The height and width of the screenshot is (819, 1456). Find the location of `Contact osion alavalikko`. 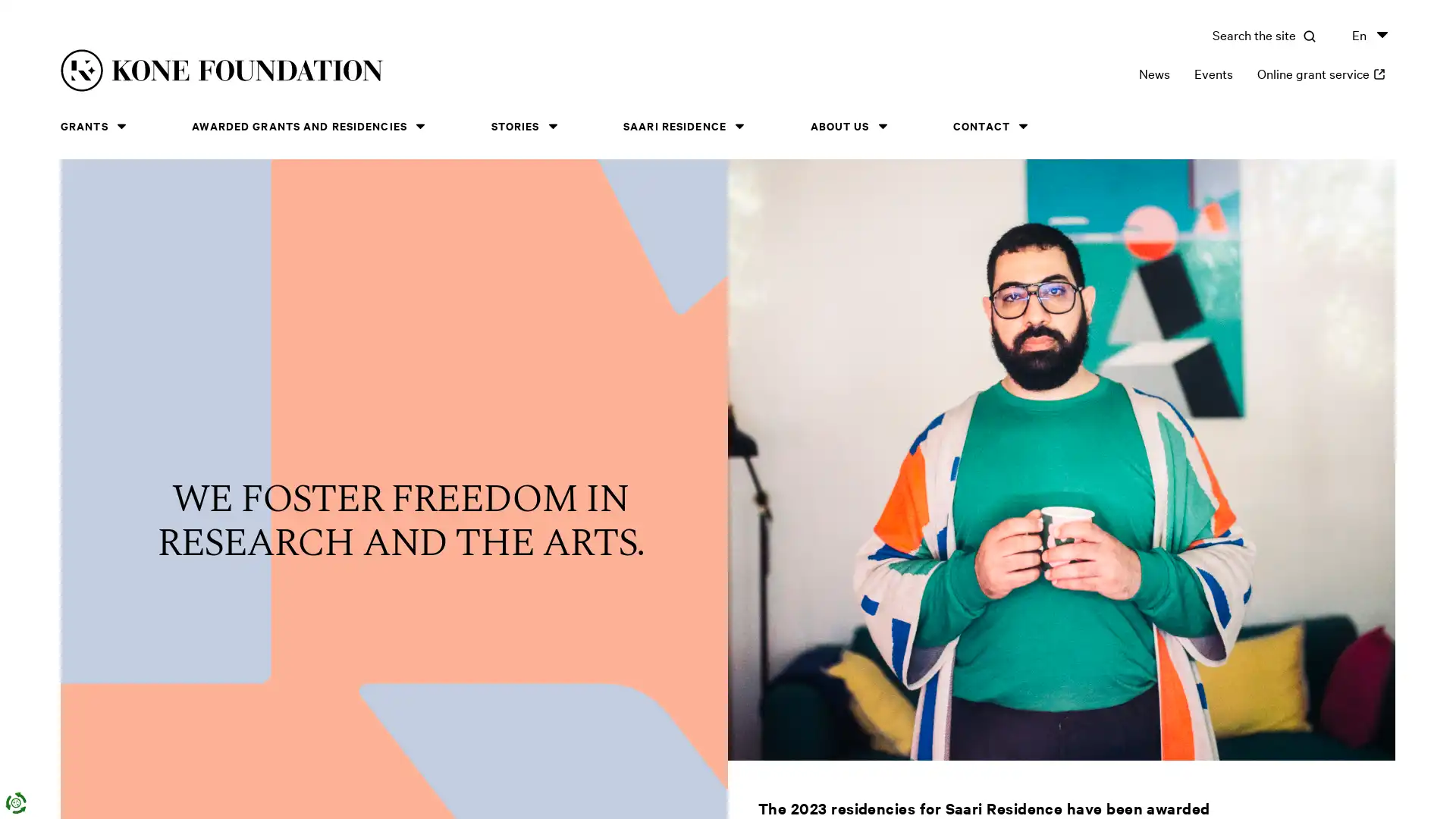

Contact osion alavalikko is located at coordinates (1022, 125).